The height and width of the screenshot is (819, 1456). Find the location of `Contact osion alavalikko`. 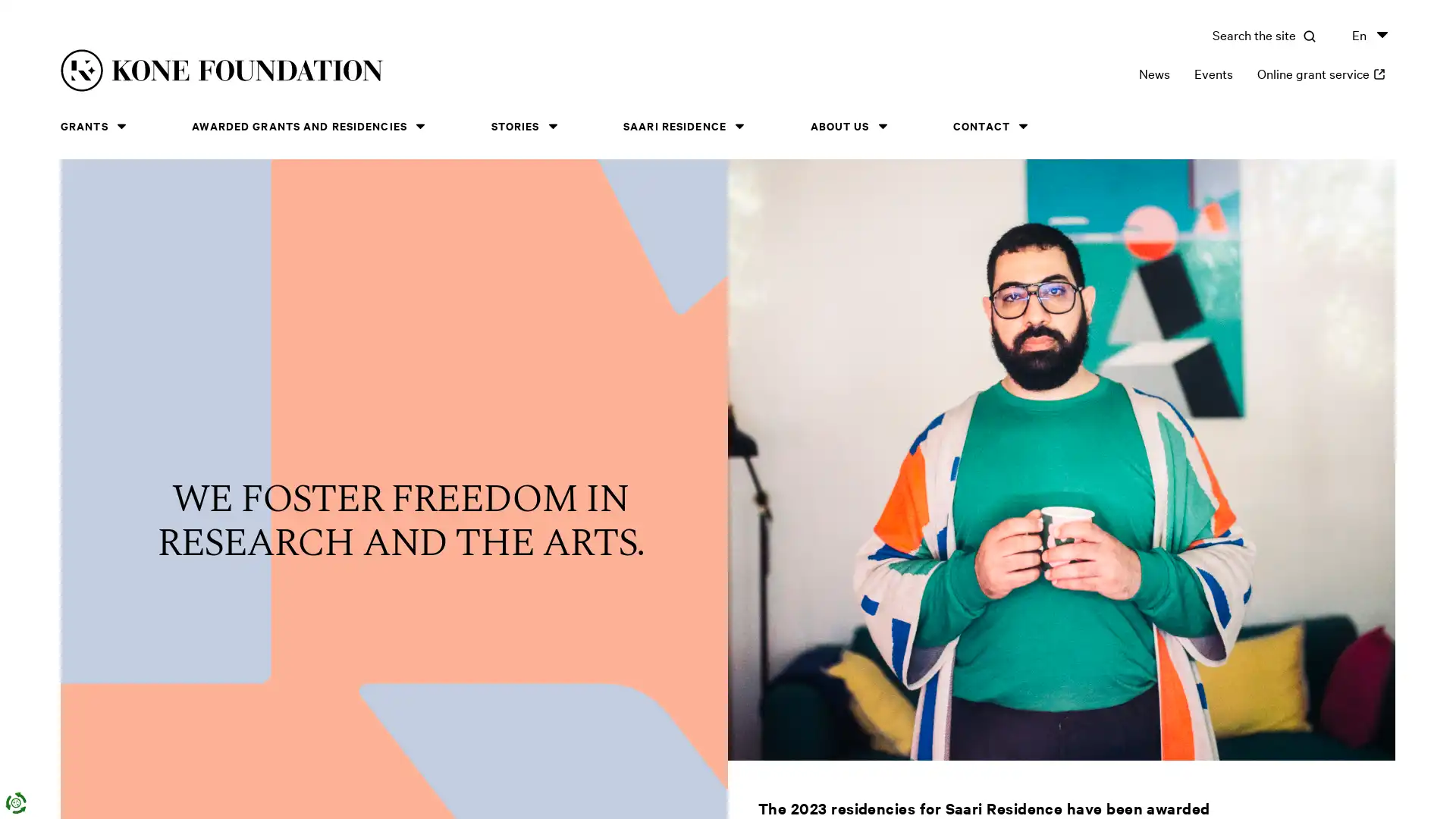

Contact osion alavalikko is located at coordinates (1022, 125).